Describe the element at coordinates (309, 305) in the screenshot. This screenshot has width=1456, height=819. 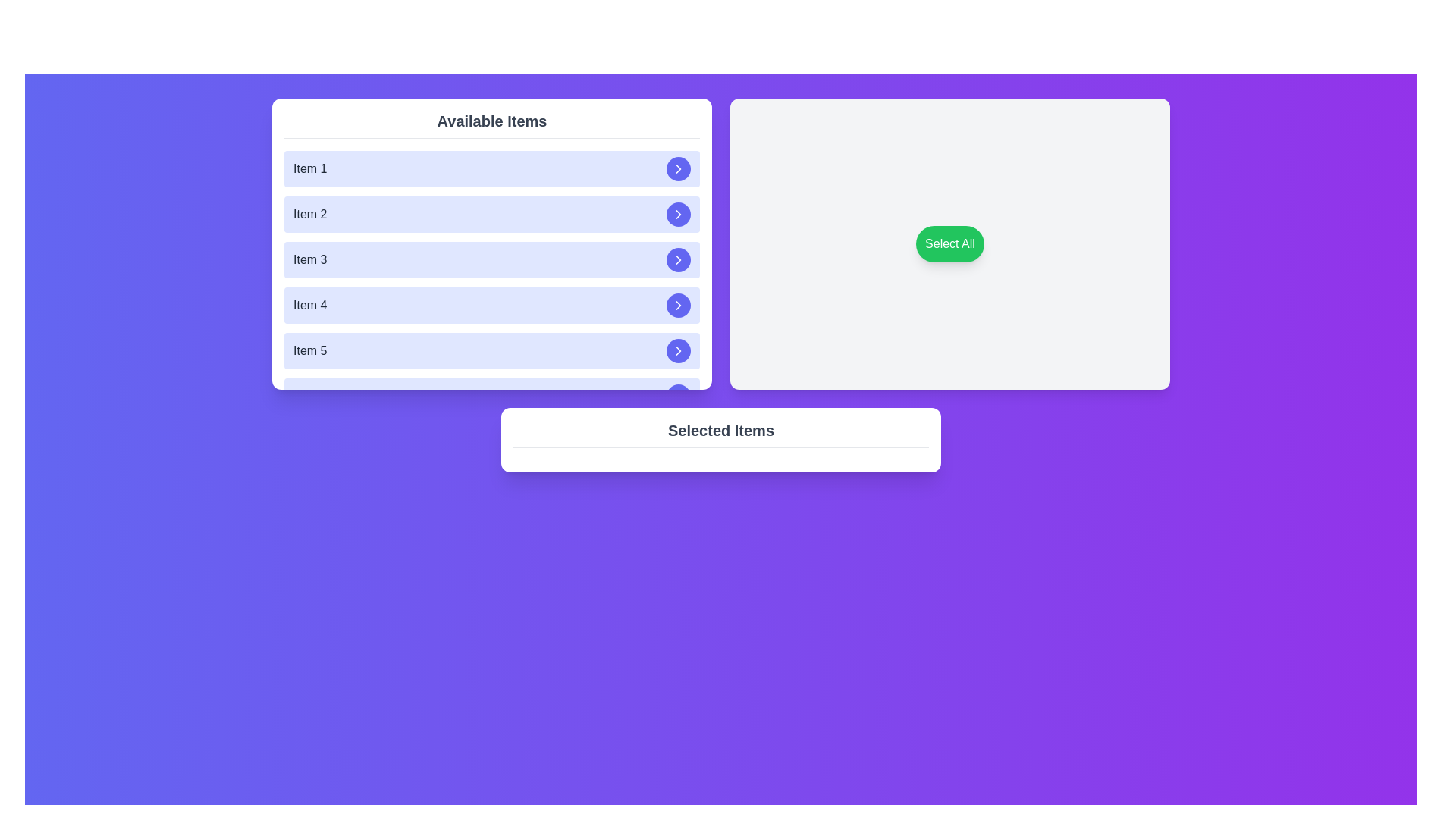
I see `the static text label displaying 'Item 4', which is the fourth item in the list under 'Available Items'` at that location.